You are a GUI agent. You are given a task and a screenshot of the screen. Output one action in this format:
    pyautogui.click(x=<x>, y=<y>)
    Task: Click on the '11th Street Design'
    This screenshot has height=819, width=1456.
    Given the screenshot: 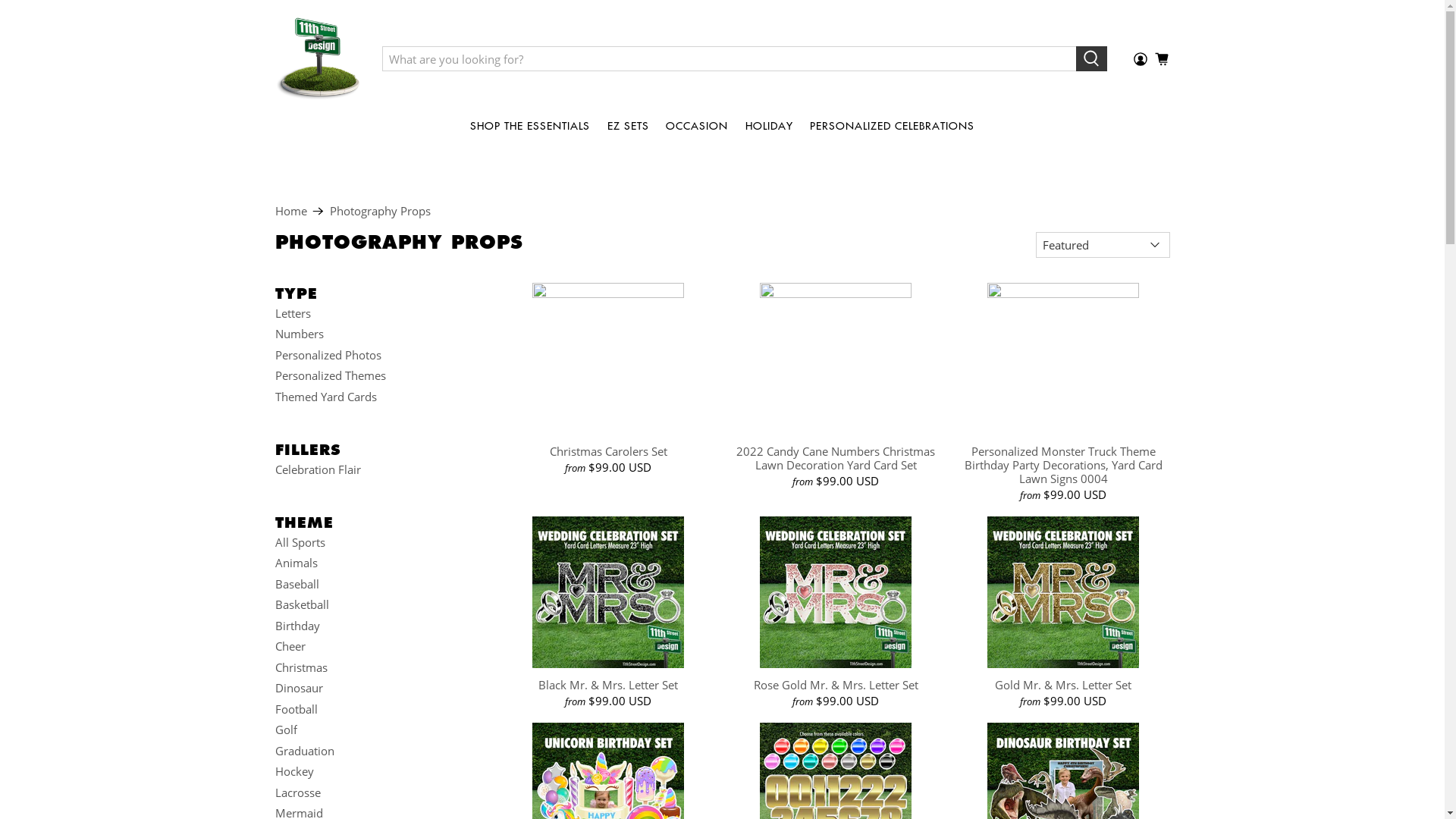 What is the action you would take?
    pyautogui.click(x=316, y=58)
    